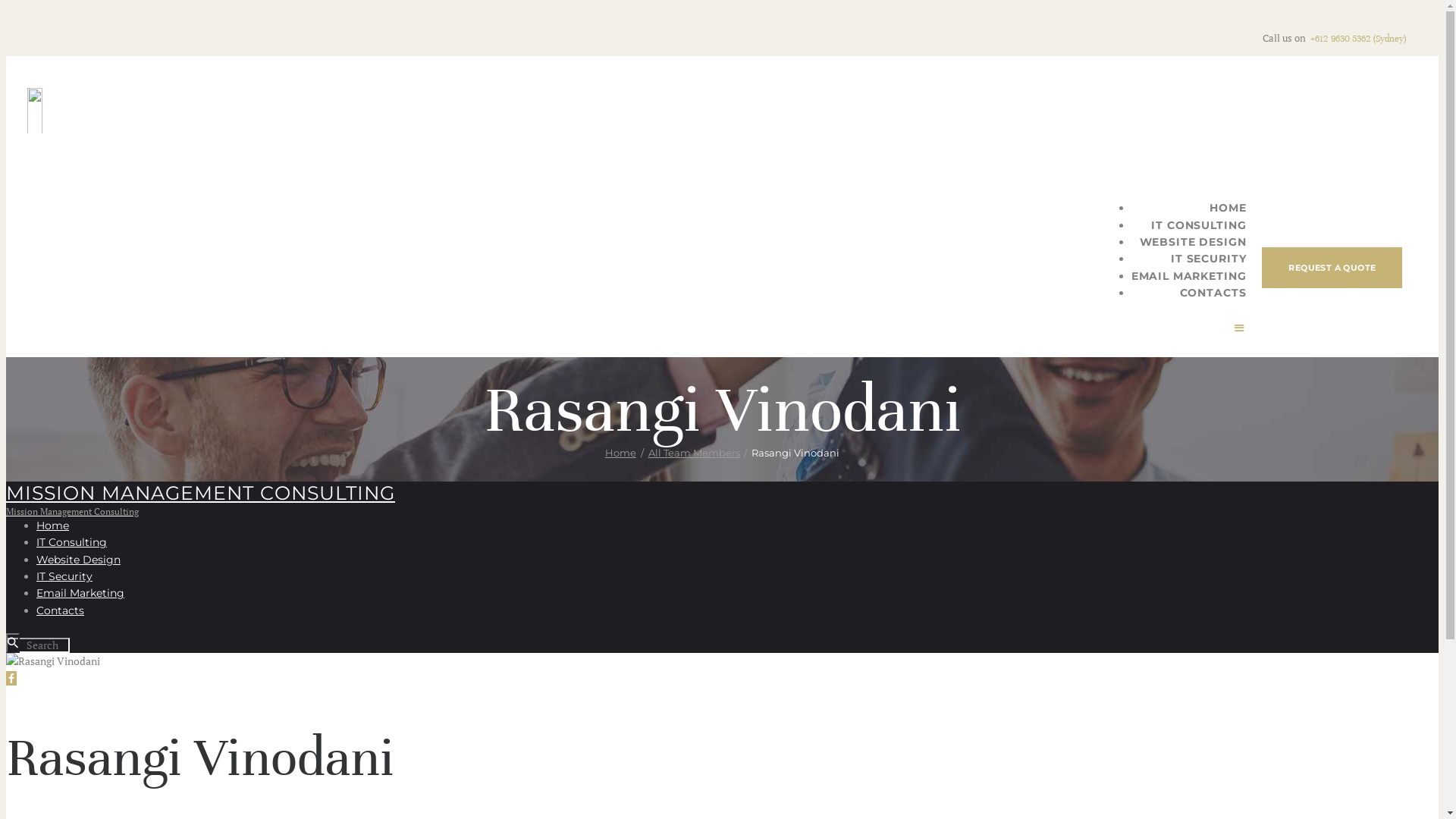 Image resolution: width=1456 pixels, height=819 pixels. What do you see at coordinates (52, 525) in the screenshot?
I see `'Home'` at bounding box center [52, 525].